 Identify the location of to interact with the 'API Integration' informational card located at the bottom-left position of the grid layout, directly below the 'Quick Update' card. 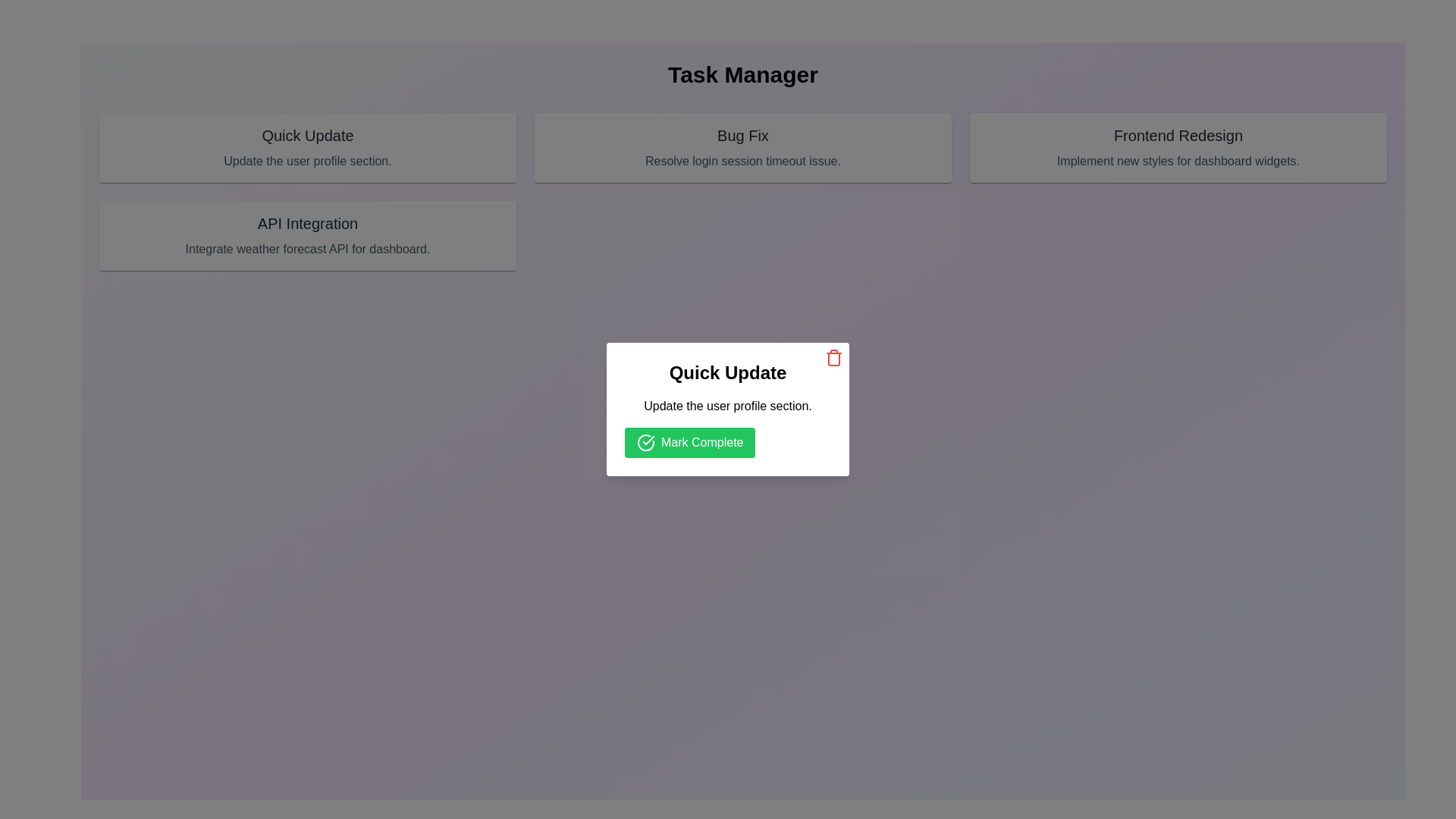
(298, 227).